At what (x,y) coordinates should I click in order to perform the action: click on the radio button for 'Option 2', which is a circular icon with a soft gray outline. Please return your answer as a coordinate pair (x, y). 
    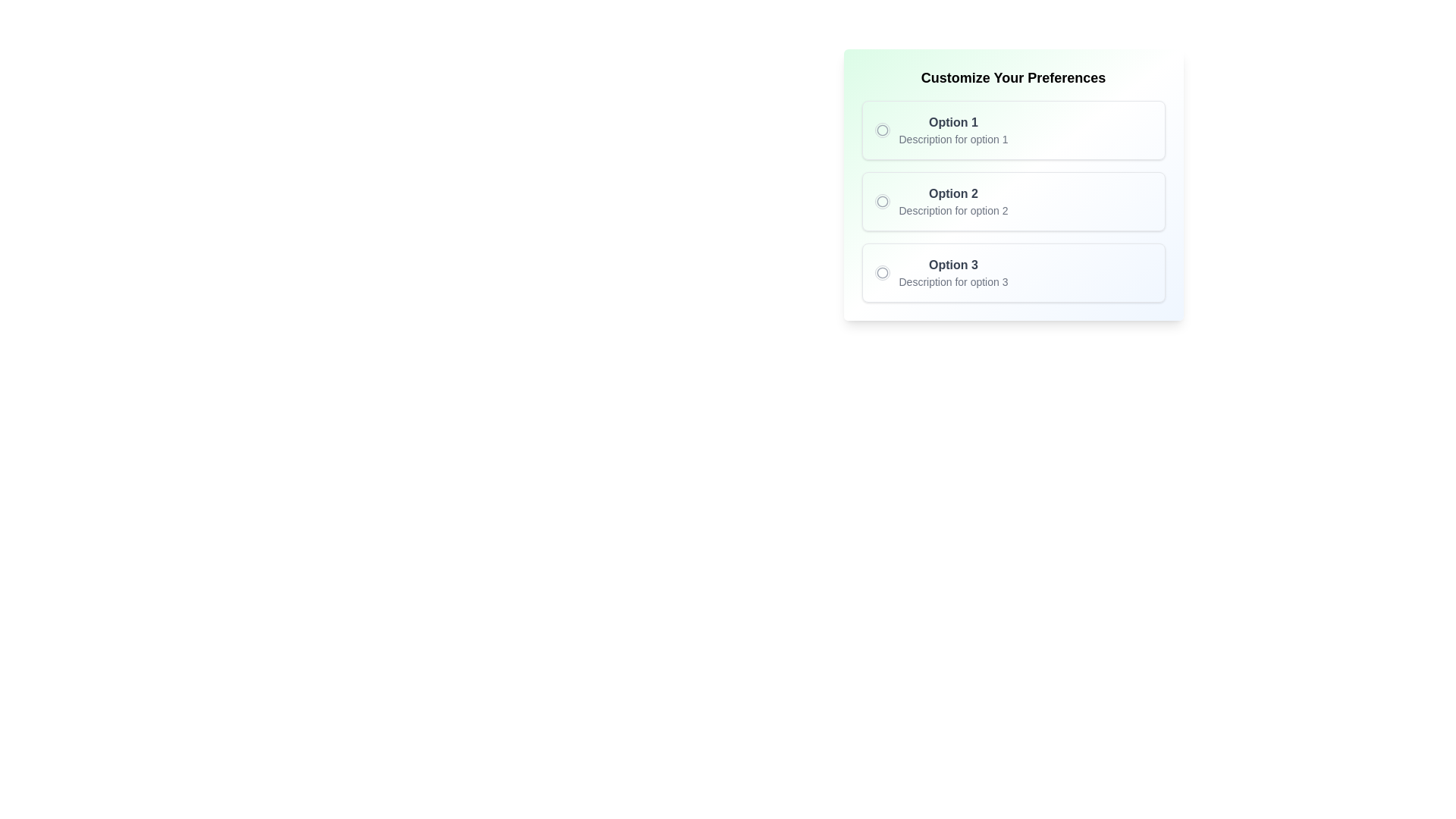
    Looking at the image, I should click on (882, 201).